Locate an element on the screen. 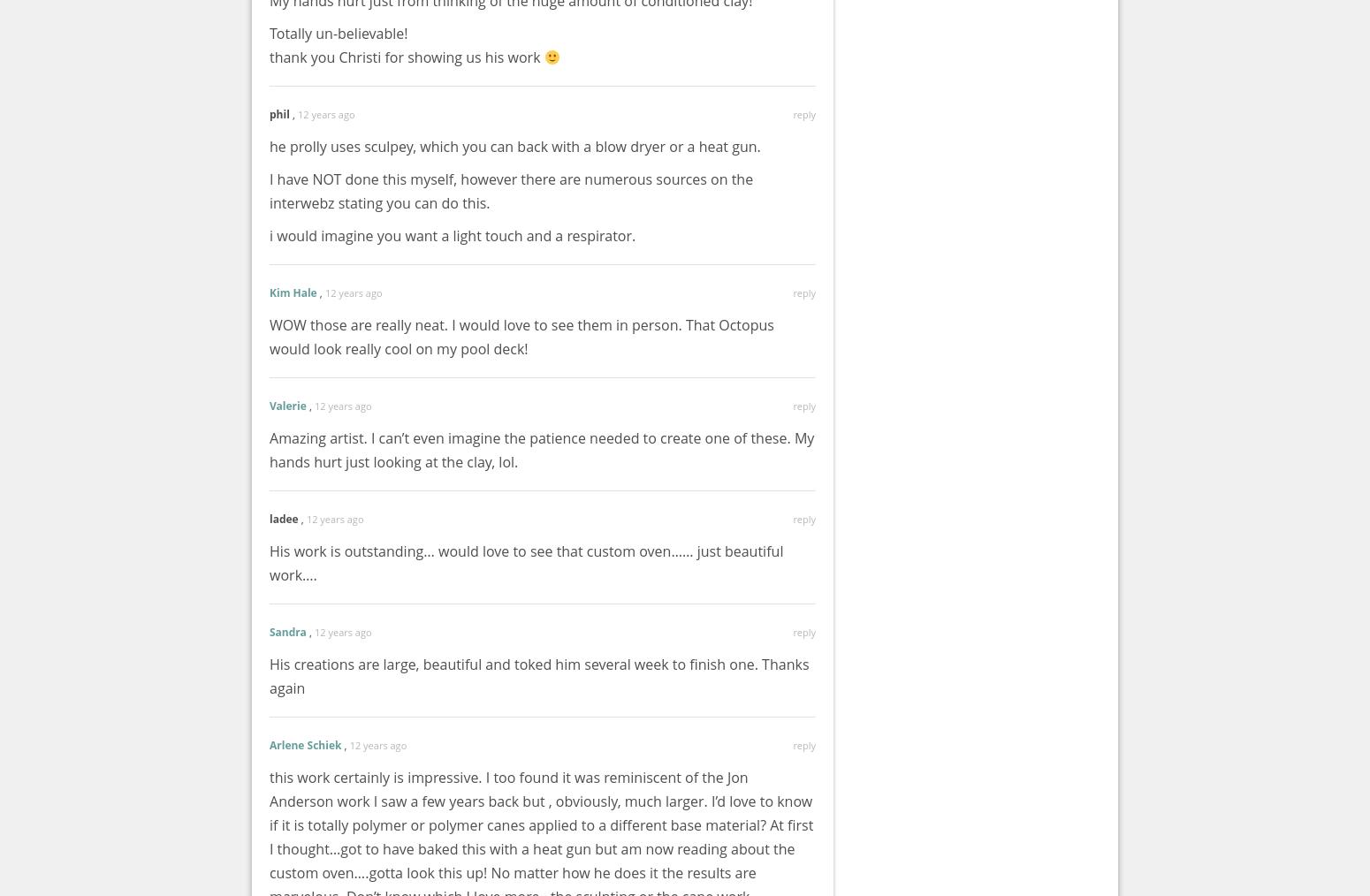  'Valerie' is located at coordinates (270, 406).